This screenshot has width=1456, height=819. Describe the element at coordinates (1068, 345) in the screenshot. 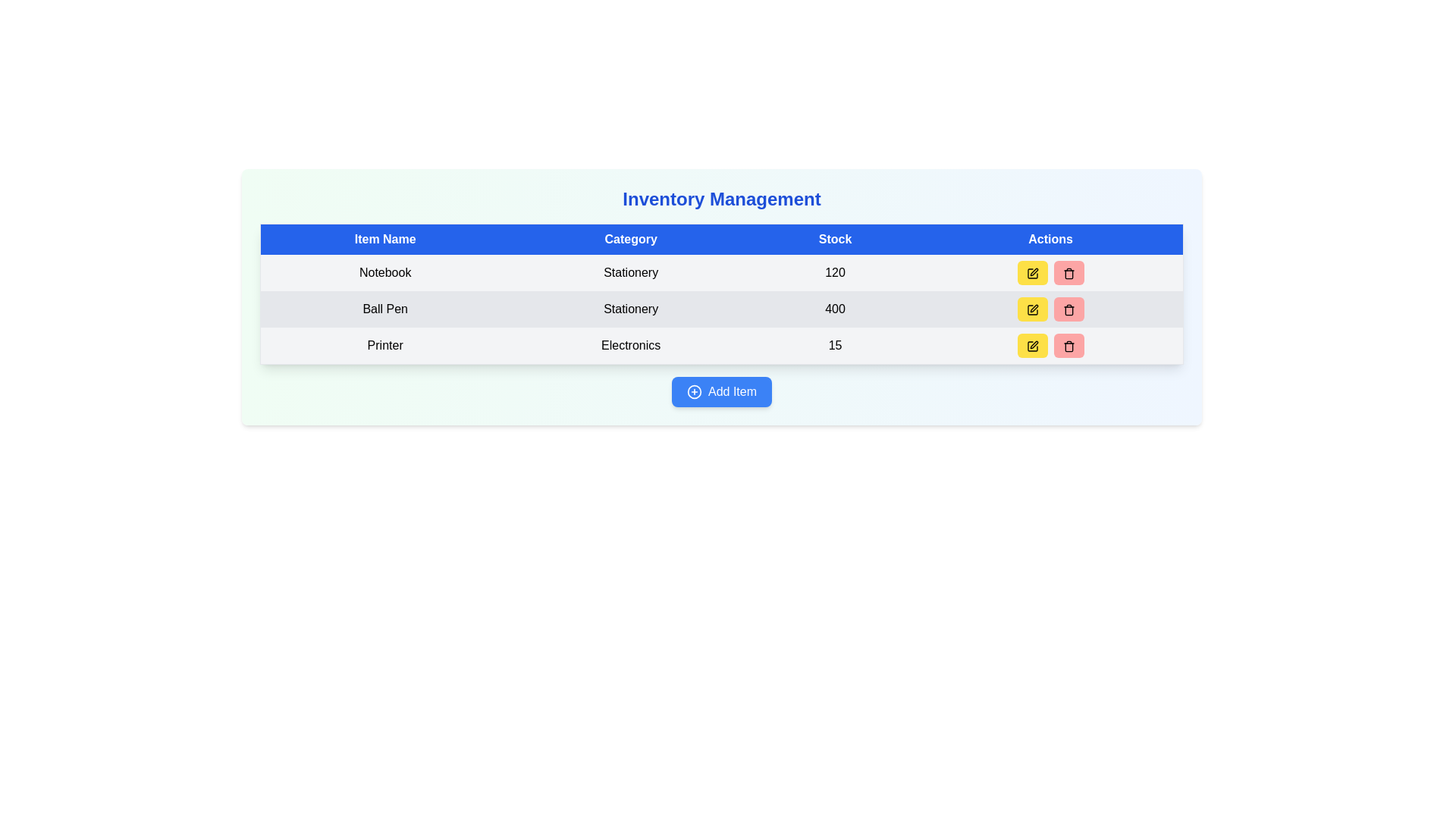

I see `the red rectangular button with rounded corners and a trash can icon located in the last row of the table under the 'Actions' column` at that location.